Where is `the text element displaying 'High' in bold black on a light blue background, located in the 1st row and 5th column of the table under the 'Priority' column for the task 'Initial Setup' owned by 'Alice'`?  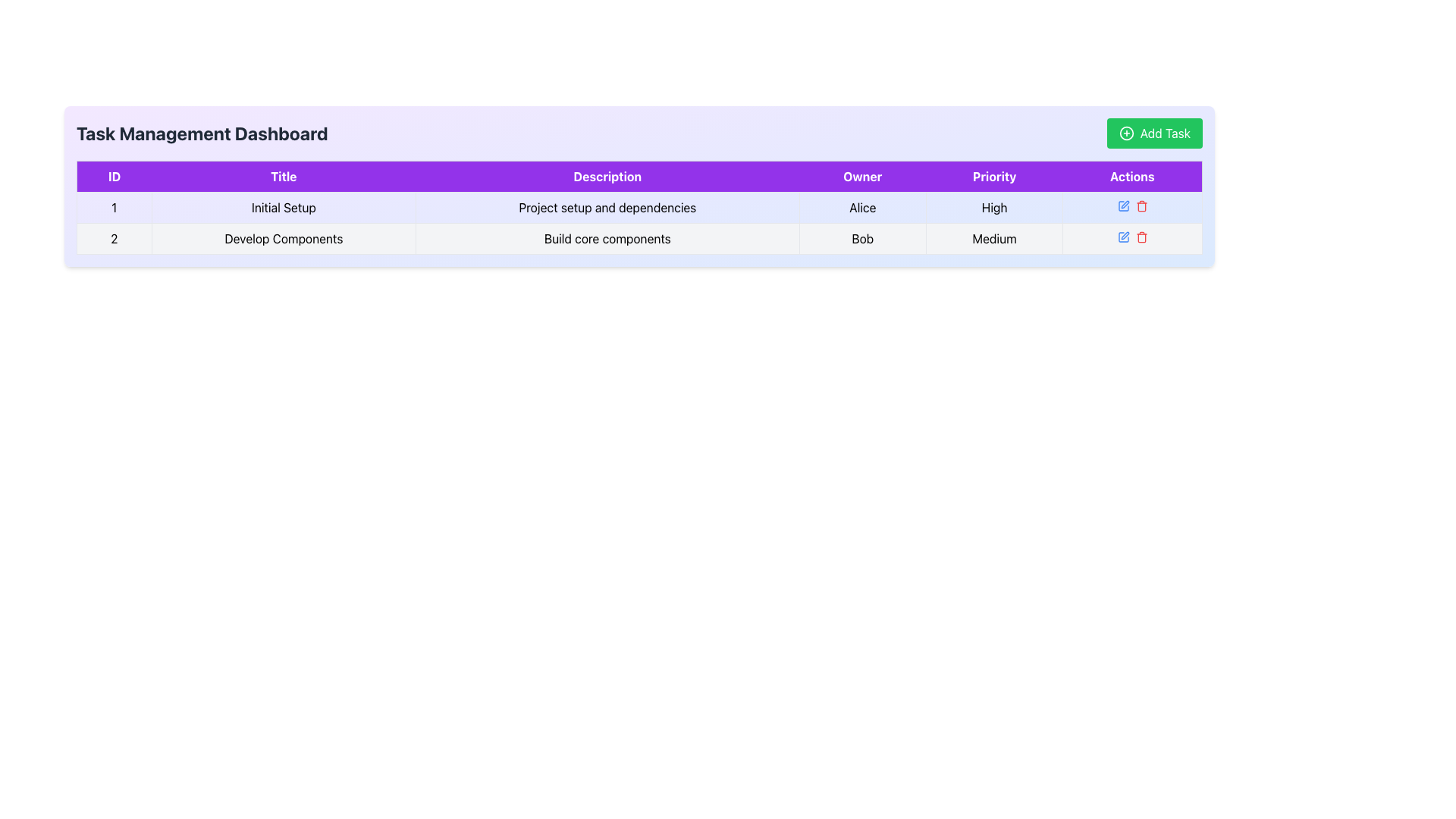
the text element displaying 'High' in bold black on a light blue background, located in the 1st row and 5th column of the table under the 'Priority' column for the task 'Initial Setup' owned by 'Alice' is located at coordinates (994, 207).